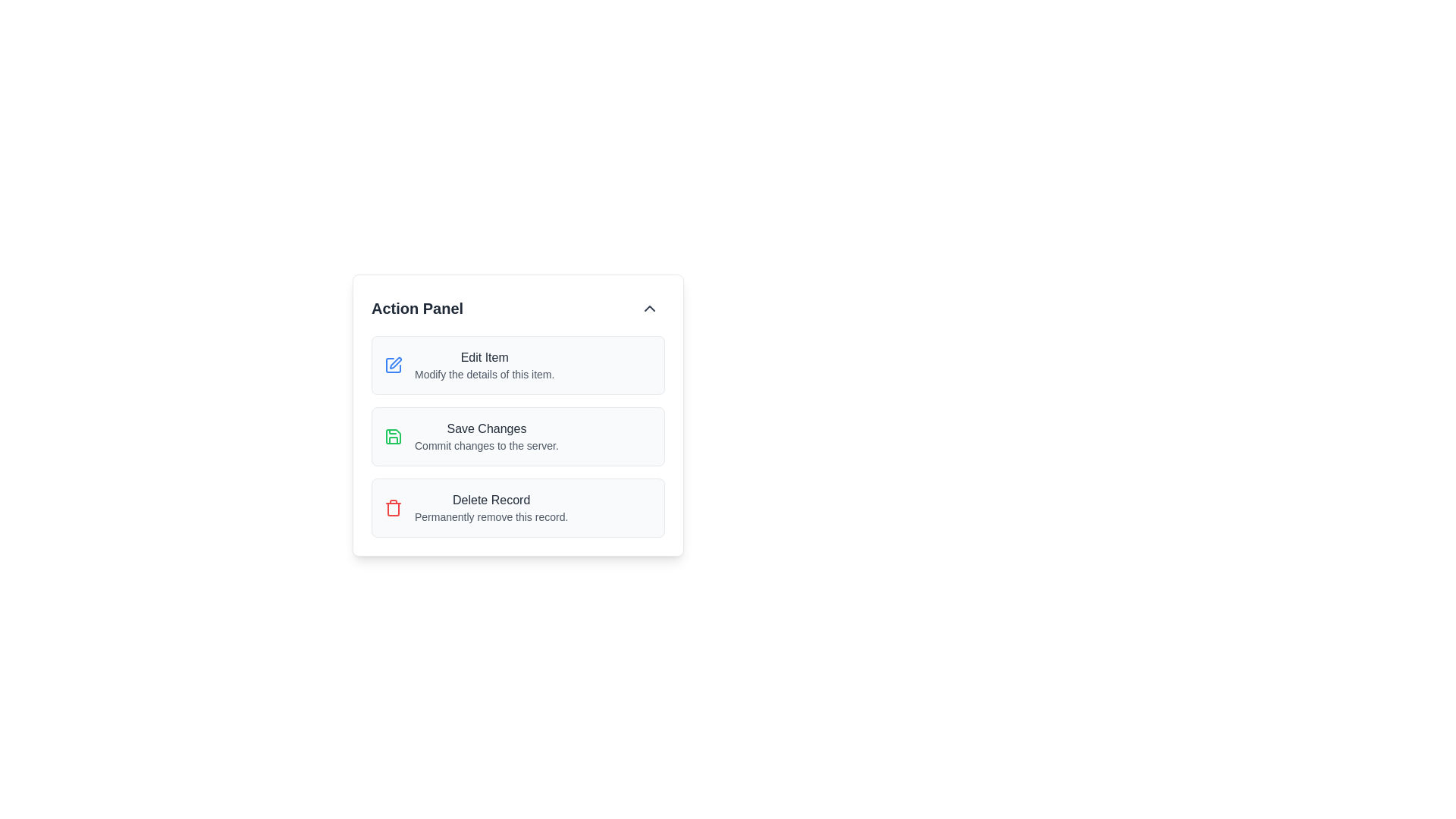  I want to click on the small upward-pointing chevron icon button located at the top-right corner of the 'Action Panel', so click(650, 308).